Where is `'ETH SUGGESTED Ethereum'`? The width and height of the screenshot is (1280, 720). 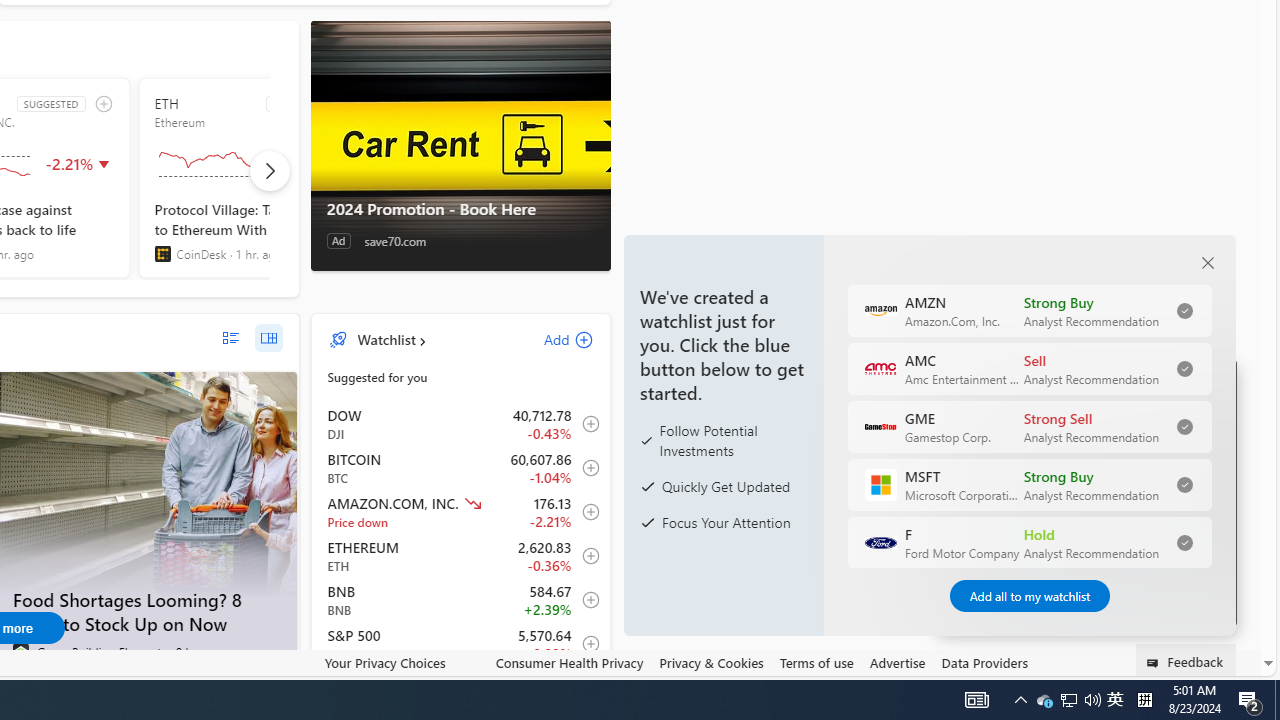
'ETH SUGGESTED Ethereum' is located at coordinates (257, 177).